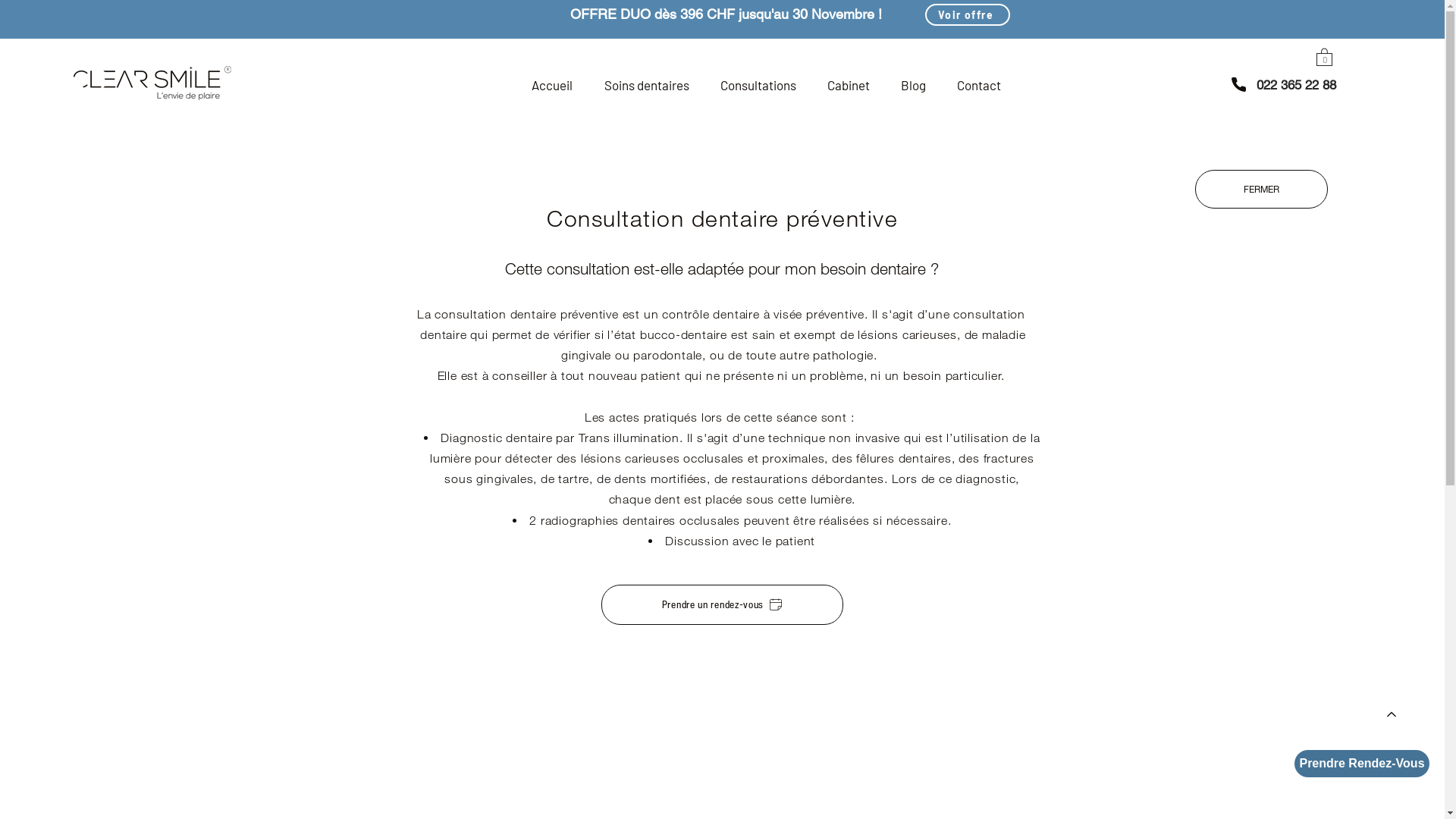  Describe the element at coordinates (912, 84) in the screenshot. I see `'Blog'` at that location.